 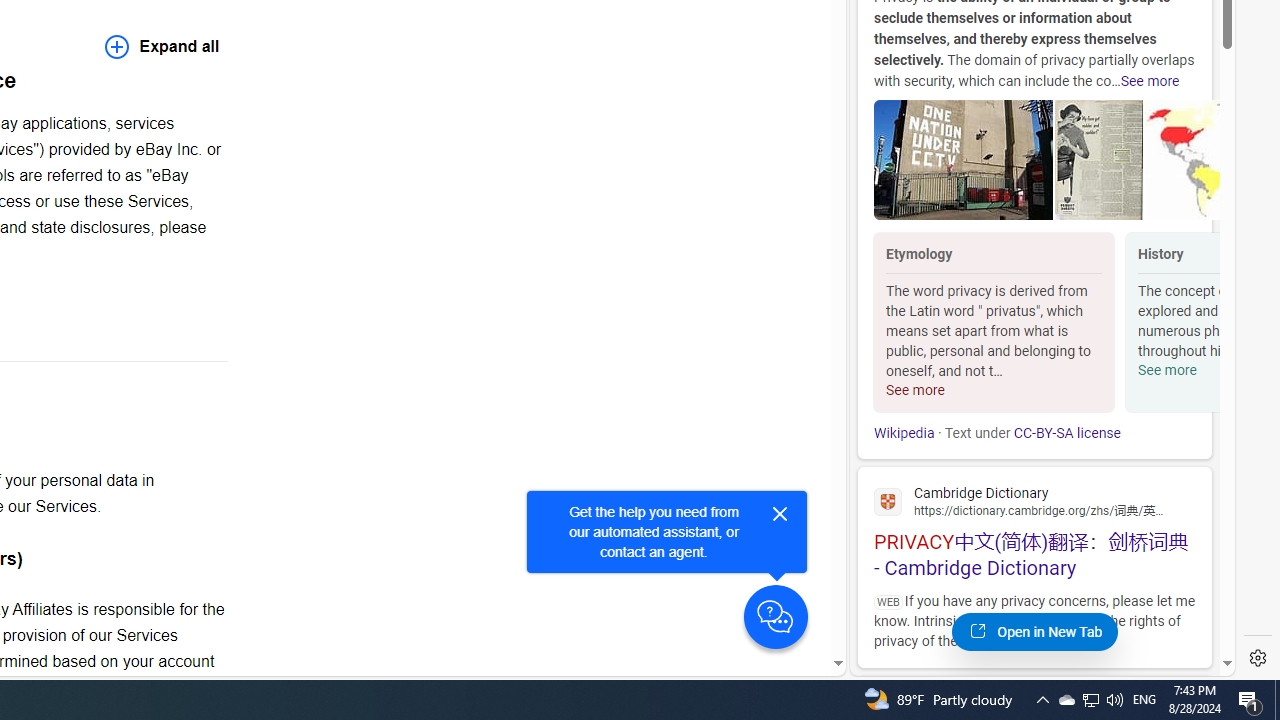 What do you see at coordinates (162, 45) in the screenshot?
I see `'Expand all'` at bounding box center [162, 45].